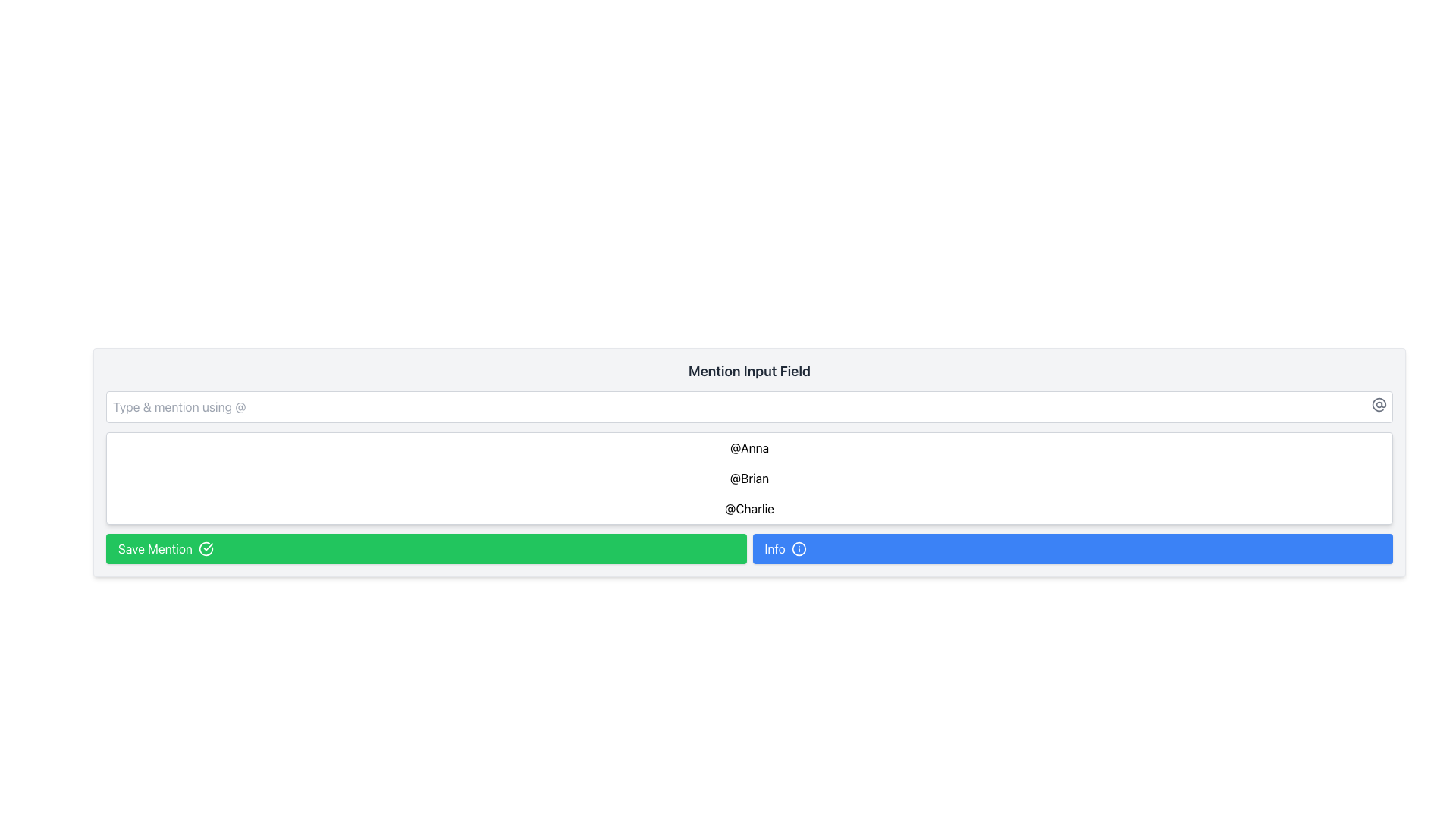 The image size is (1456, 819). What do you see at coordinates (749, 479) in the screenshot?
I see `the text element '@Brian' which is styled with padding and has a hover effect, positioned as the second option between '@Anna' and '@Charlie'` at bounding box center [749, 479].